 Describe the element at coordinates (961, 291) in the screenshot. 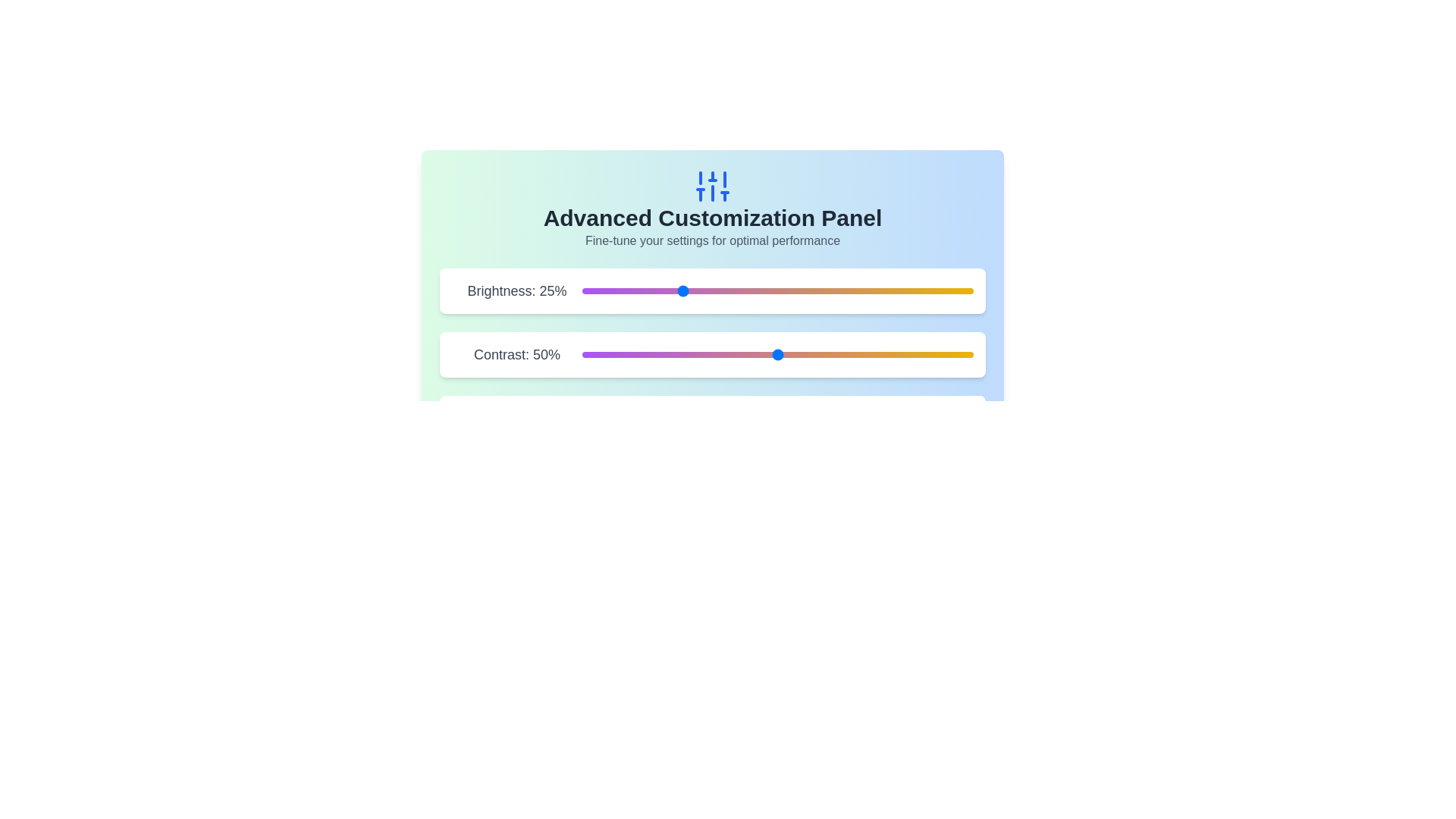

I see `the brightness slider to 97%` at that location.